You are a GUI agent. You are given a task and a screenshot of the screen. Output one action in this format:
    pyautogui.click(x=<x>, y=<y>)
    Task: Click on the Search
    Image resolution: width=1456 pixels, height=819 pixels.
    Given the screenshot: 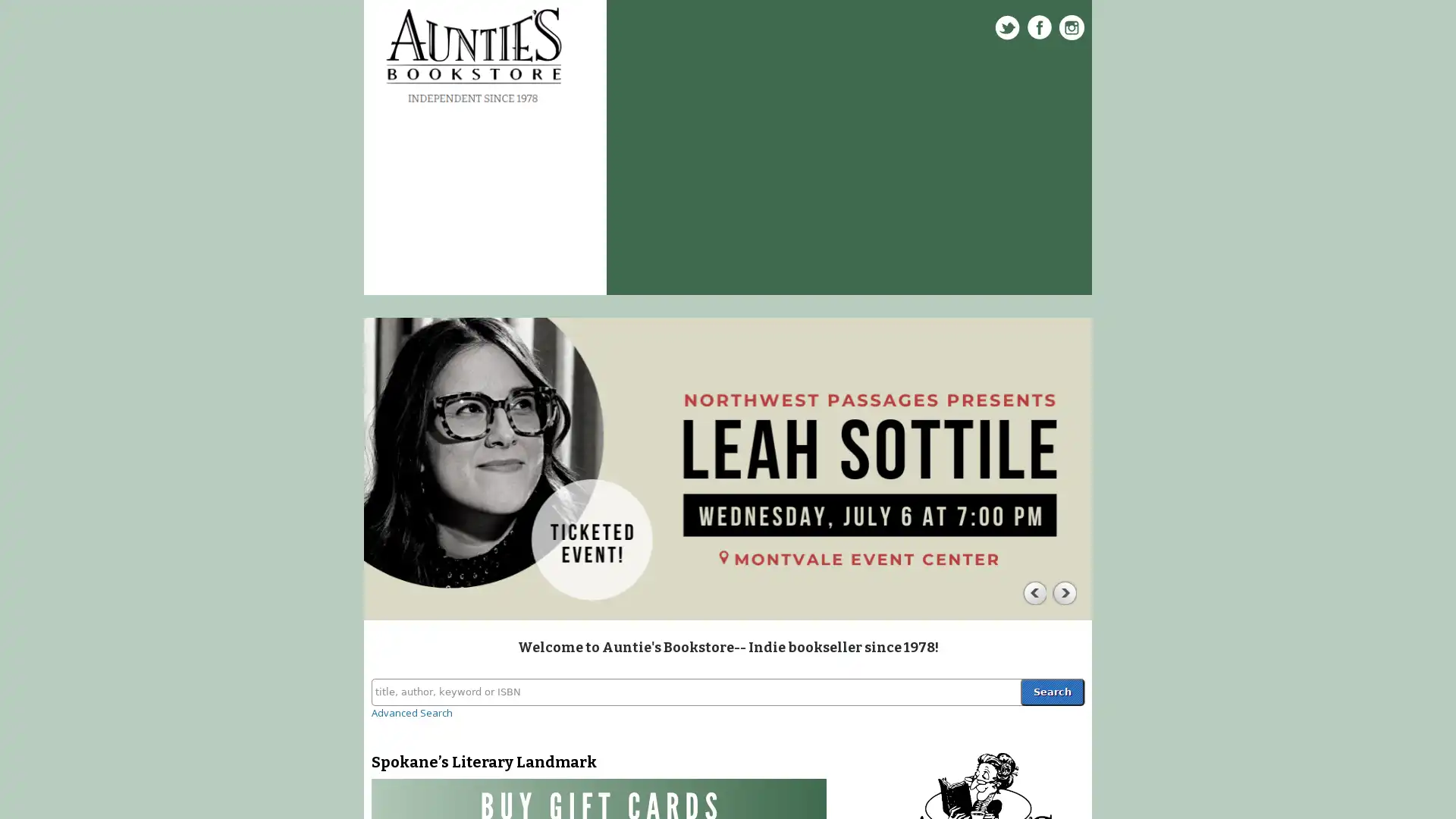 What is the action you would take?
    pyautogui.click(x=1051, y=691)
    